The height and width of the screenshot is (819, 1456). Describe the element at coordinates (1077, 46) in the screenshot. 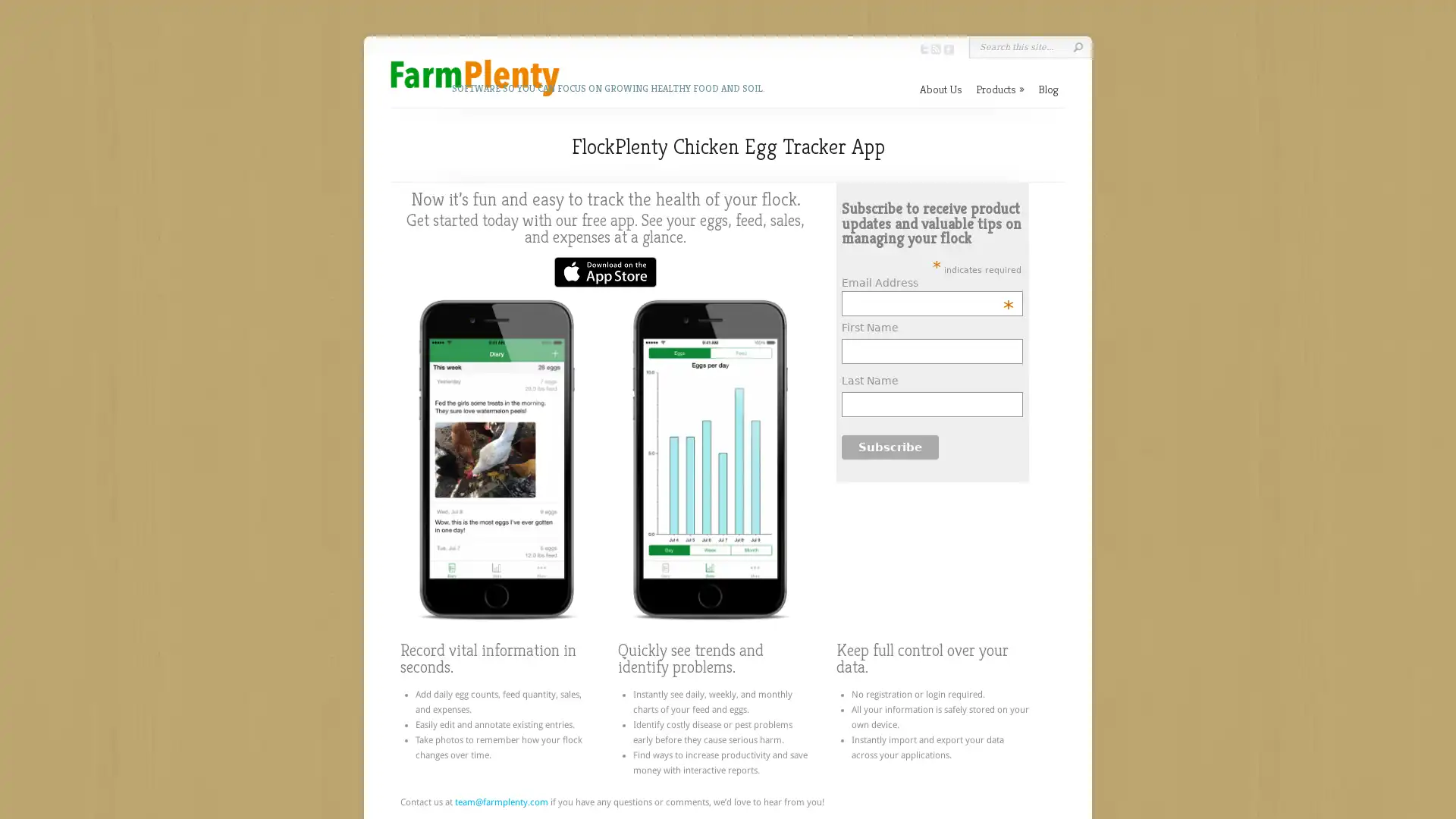

I see `Submit` at that location.